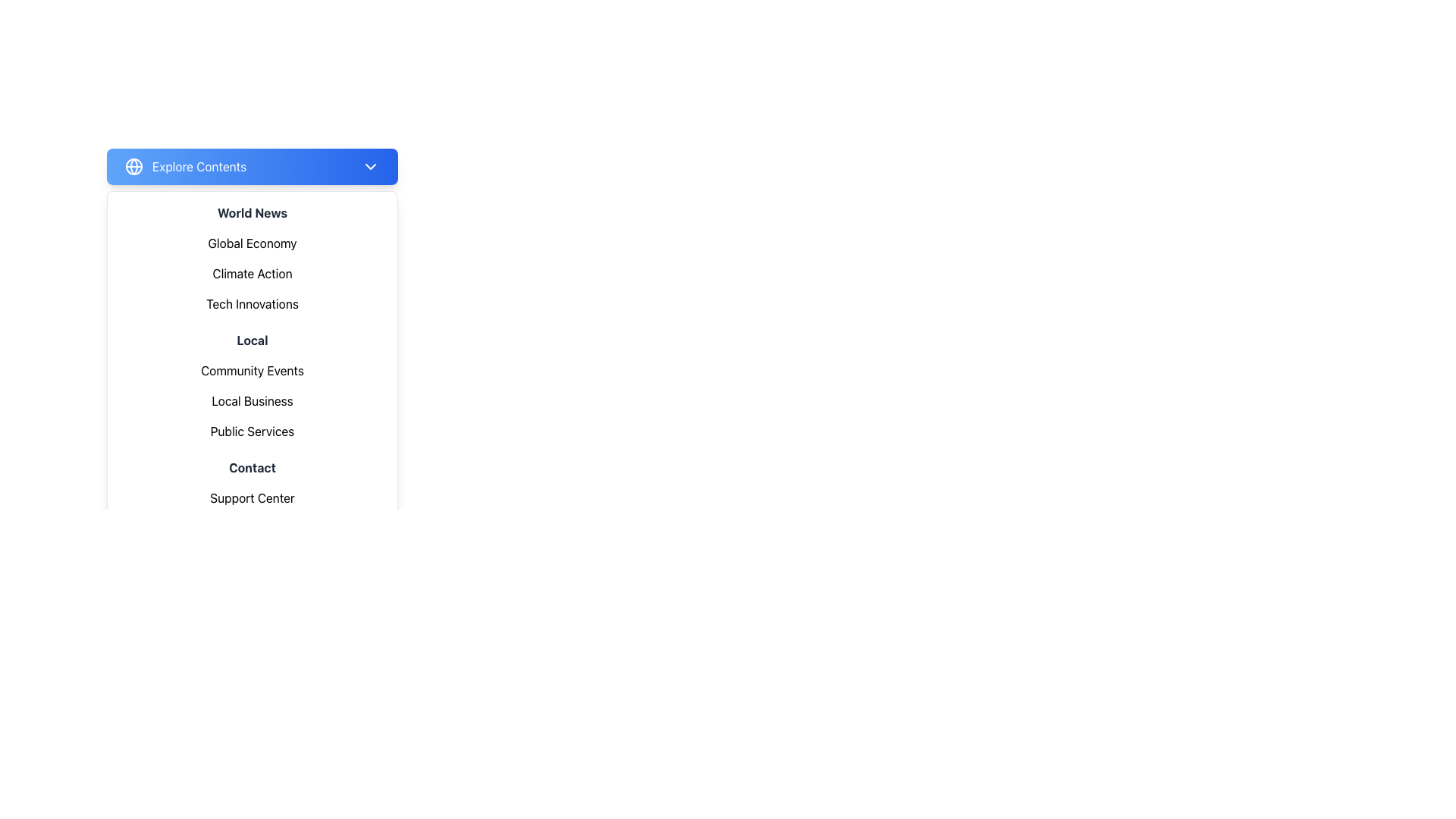 This screenshot has width=1456, height=819. Describe the element at coordinates (252, 260) in the screenshot. I see `the 'Climate Action' item in the 'World News' navigational menu group` at that location.